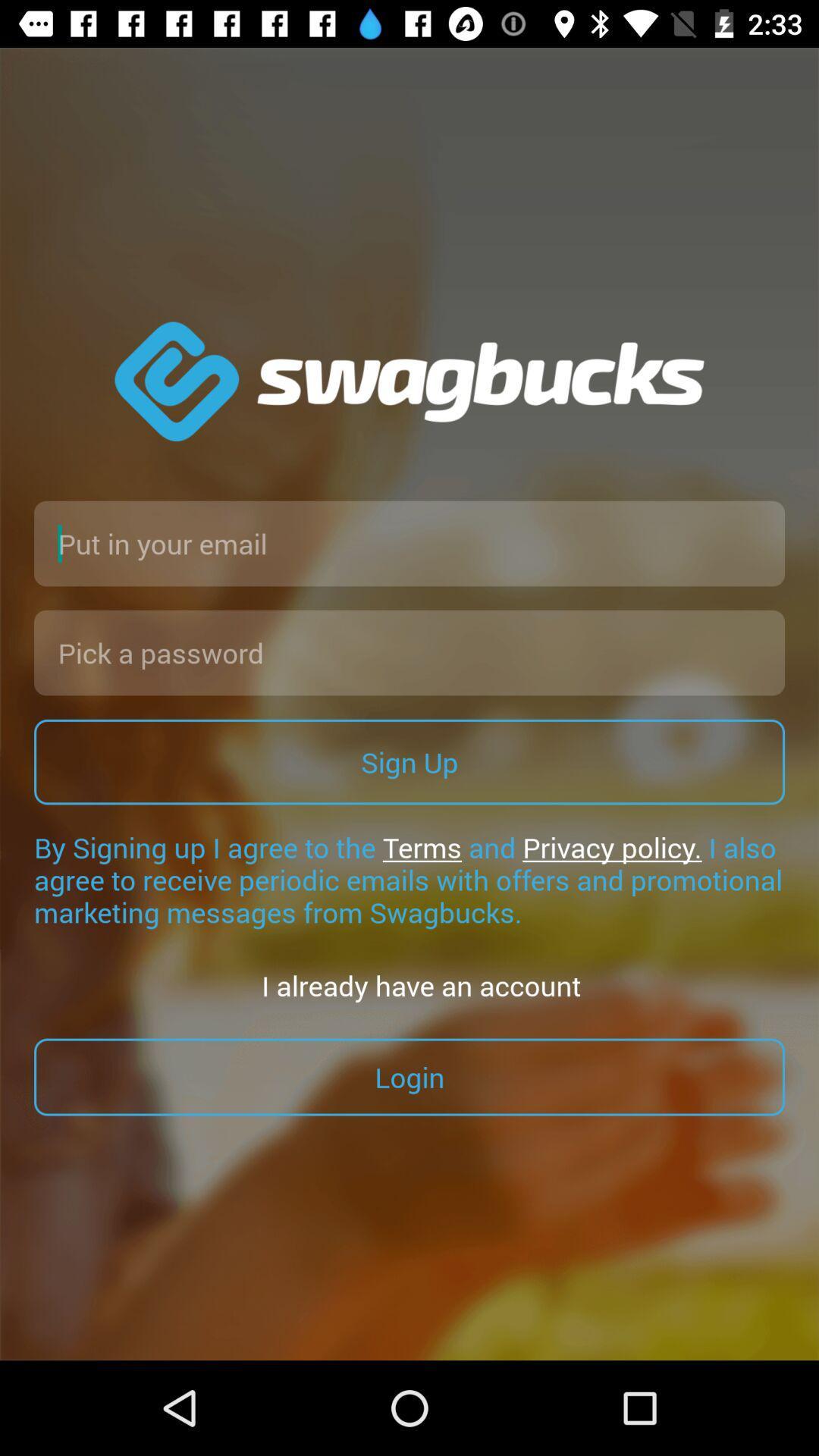 Image resolution: width=819 pixels, height=1456 pixels. What do you see at coordinates (409, 652) in the screenshot?
I see `choose a password` at bounding box center [409, 652].